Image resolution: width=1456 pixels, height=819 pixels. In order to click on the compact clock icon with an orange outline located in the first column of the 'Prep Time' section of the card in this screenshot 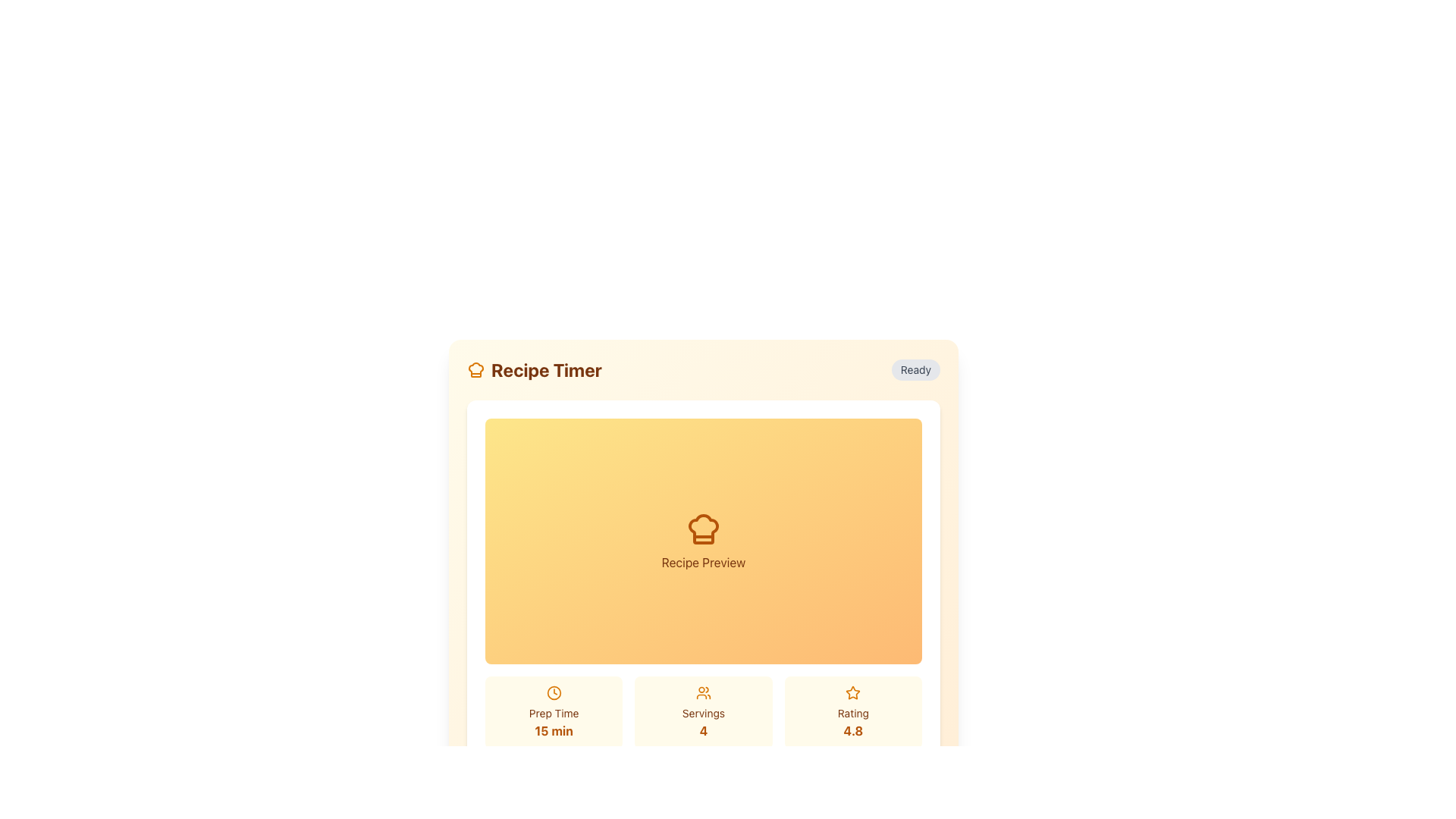, I will do `click(553, 693)`.